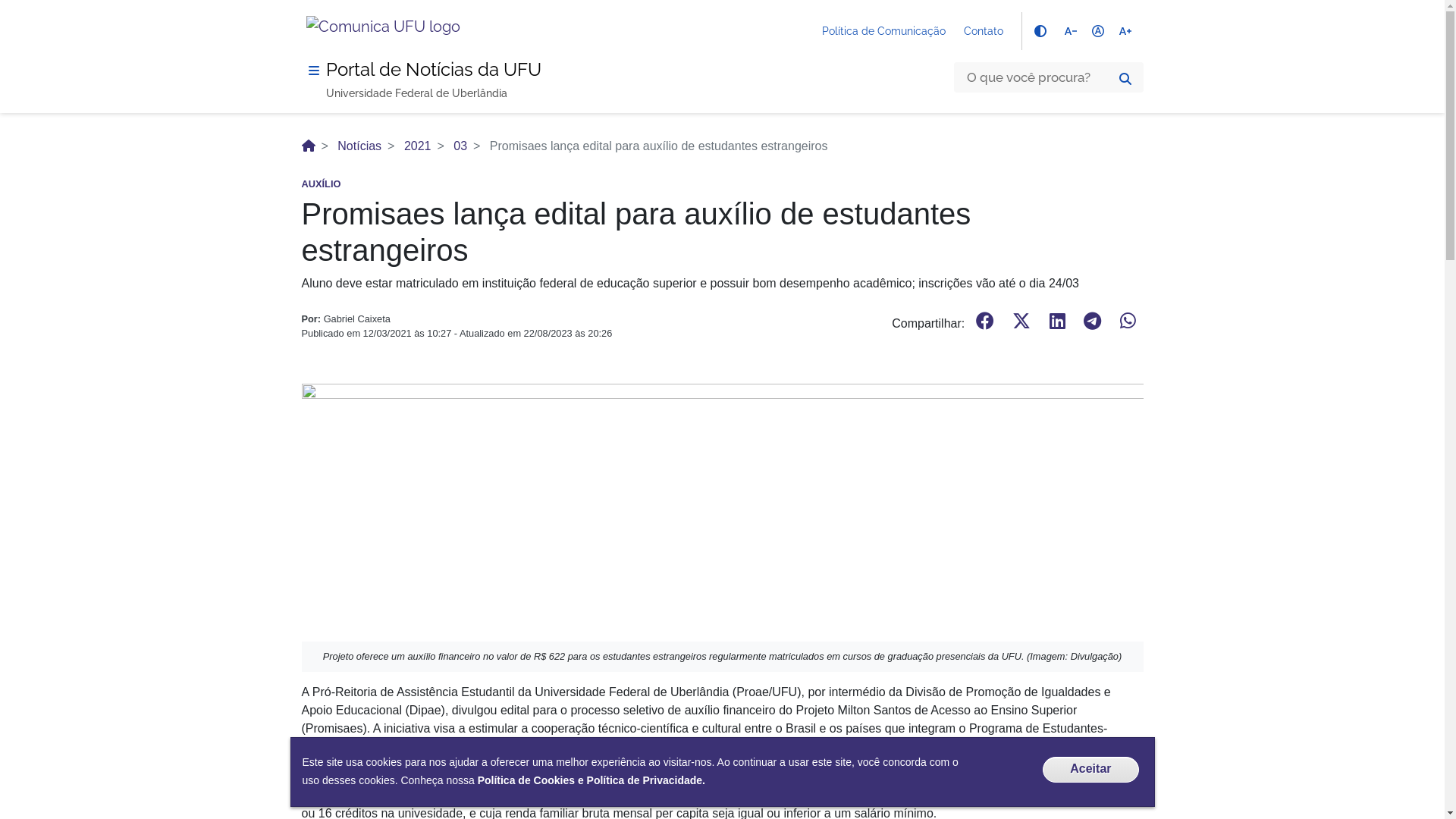  What do you see at coordinates (1098, 31) in the screenshot?
I see `'hdr_auto'` at bounding box center [1098, 31].